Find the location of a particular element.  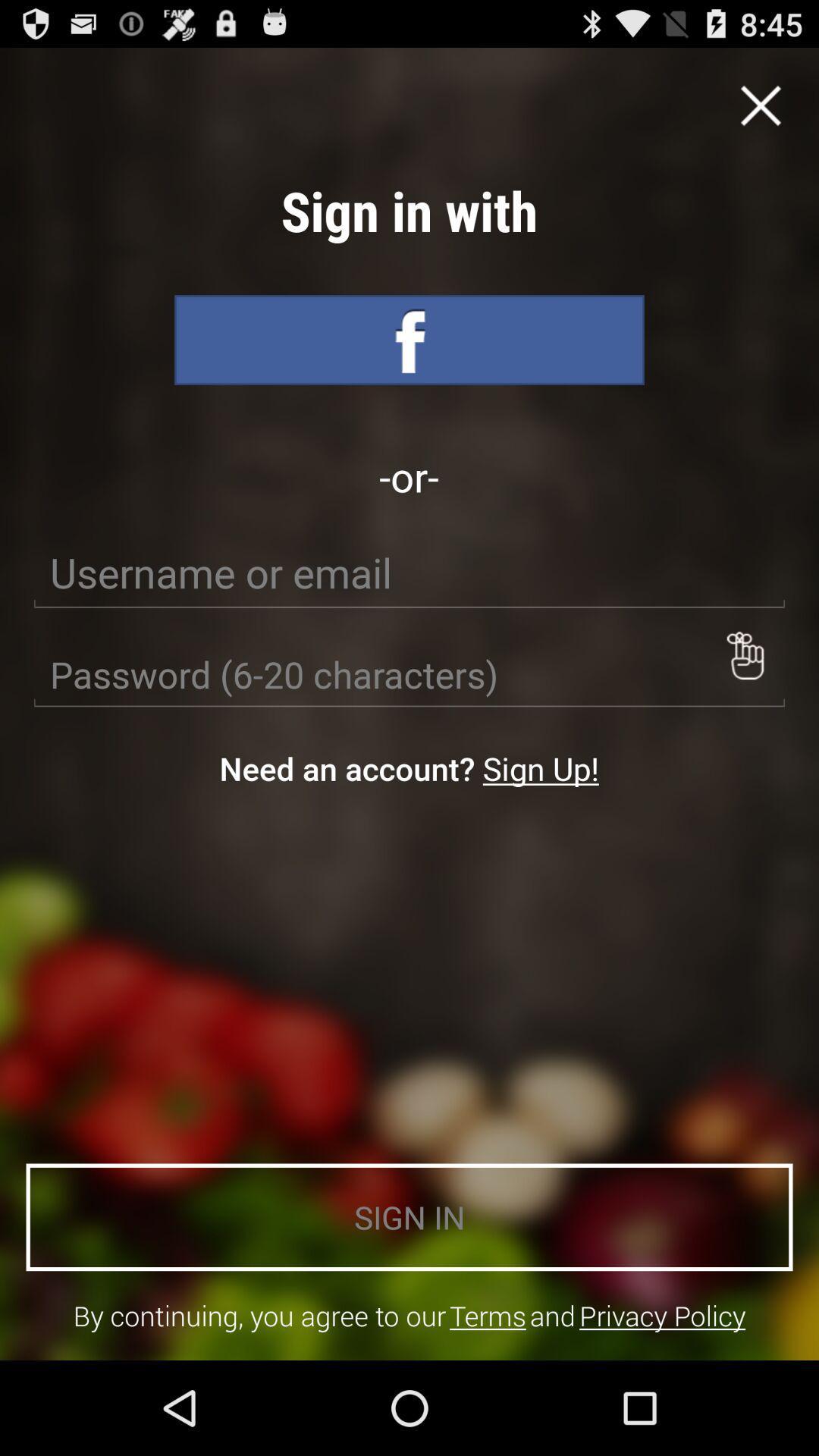

icon below -or- icon is located at coordinates (409, 573).